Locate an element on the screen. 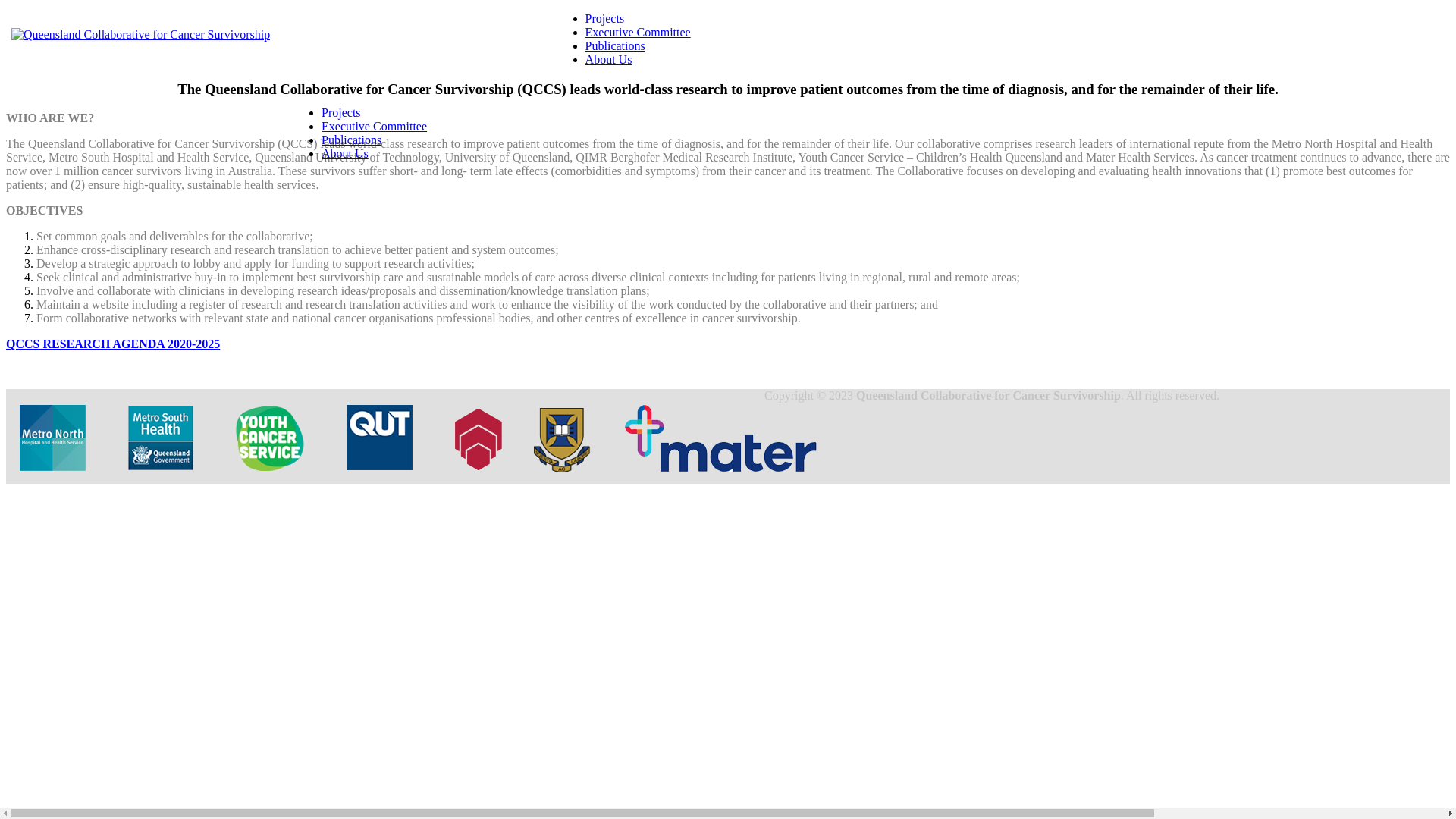 This screenshot has width=1456, height=819. 'Queensland Collaborative for Cancer Survivorship' is located at coordinates (140, 34).